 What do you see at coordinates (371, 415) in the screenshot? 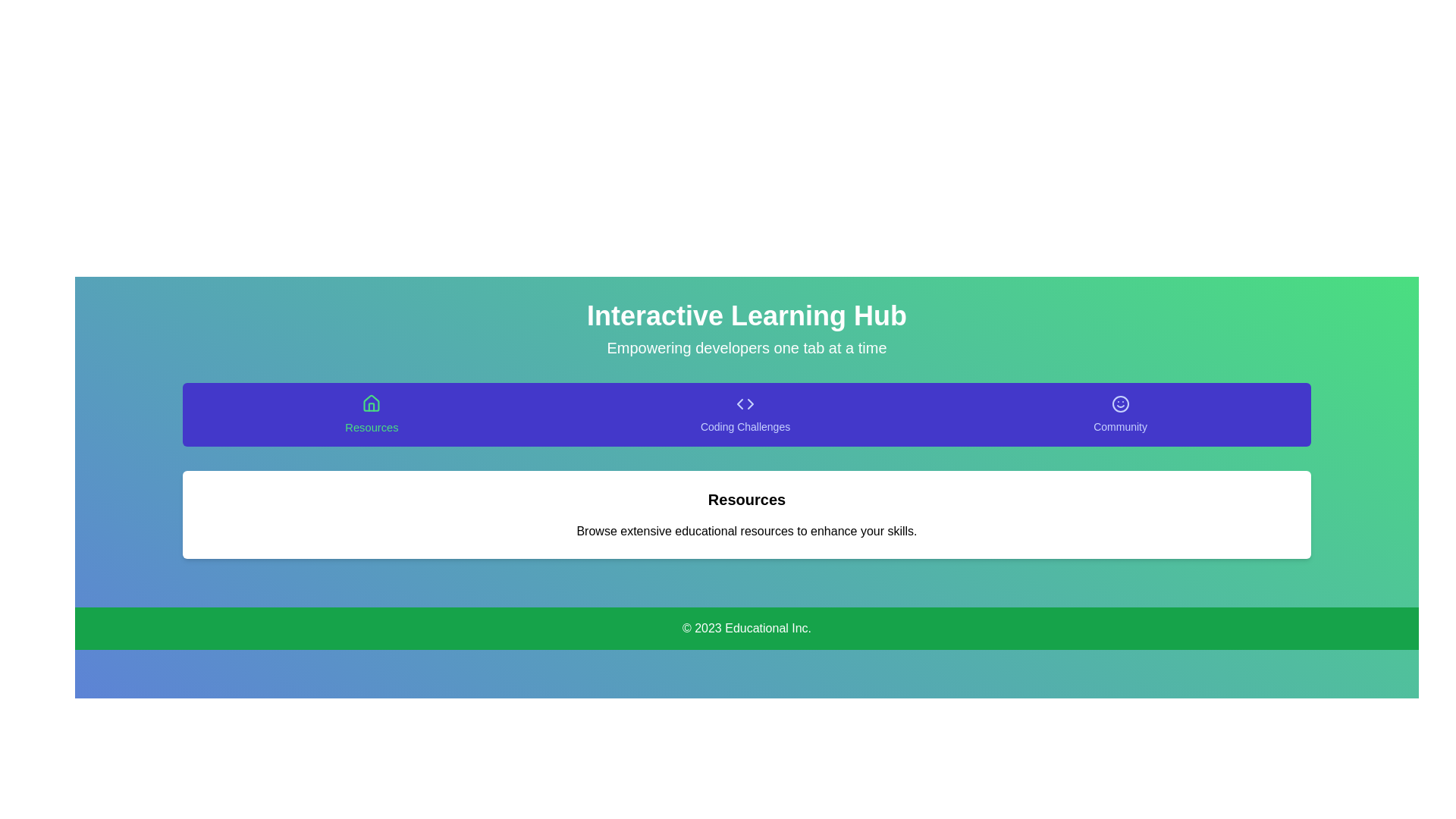
I see `the tab labeled Resources` at bounding box center [371, 415].